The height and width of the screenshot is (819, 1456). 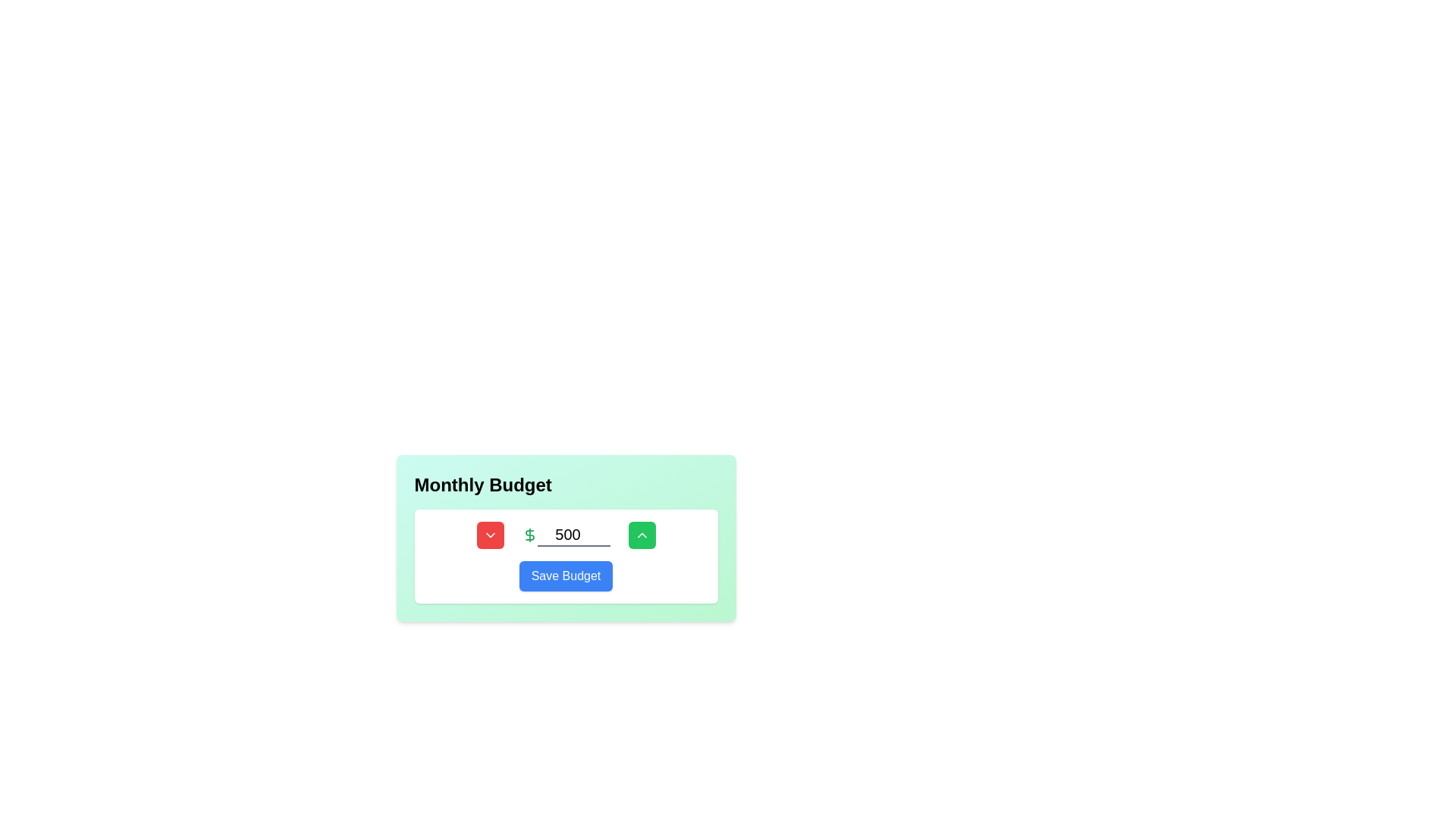 What do you see at coordinates (642, 534) in the screenshot?
I see `the upward chevron icon within the green button` at bounding box center [642, 534].